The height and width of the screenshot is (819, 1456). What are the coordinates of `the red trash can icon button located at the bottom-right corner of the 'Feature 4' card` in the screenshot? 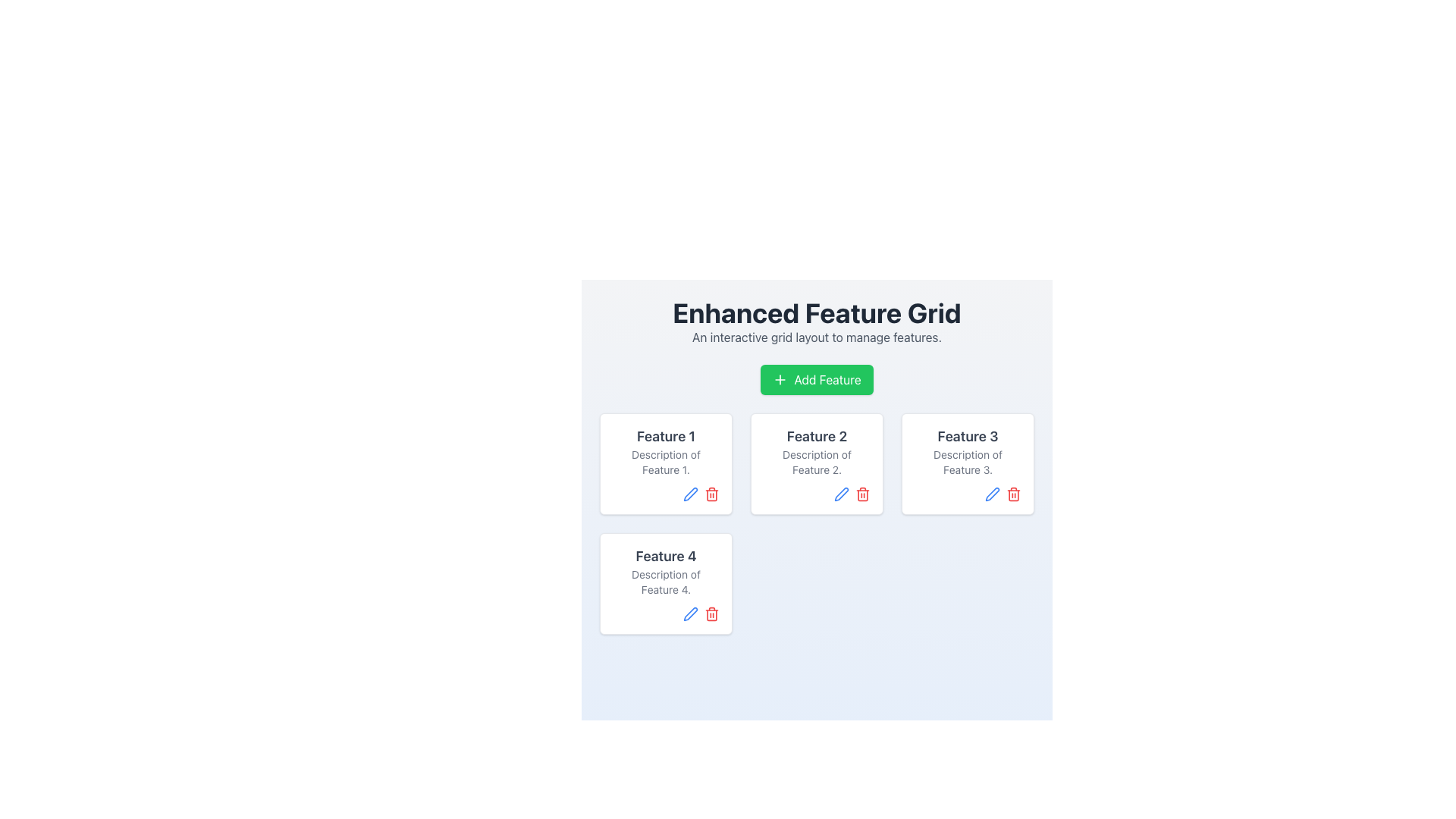 It's located at (711, 614).